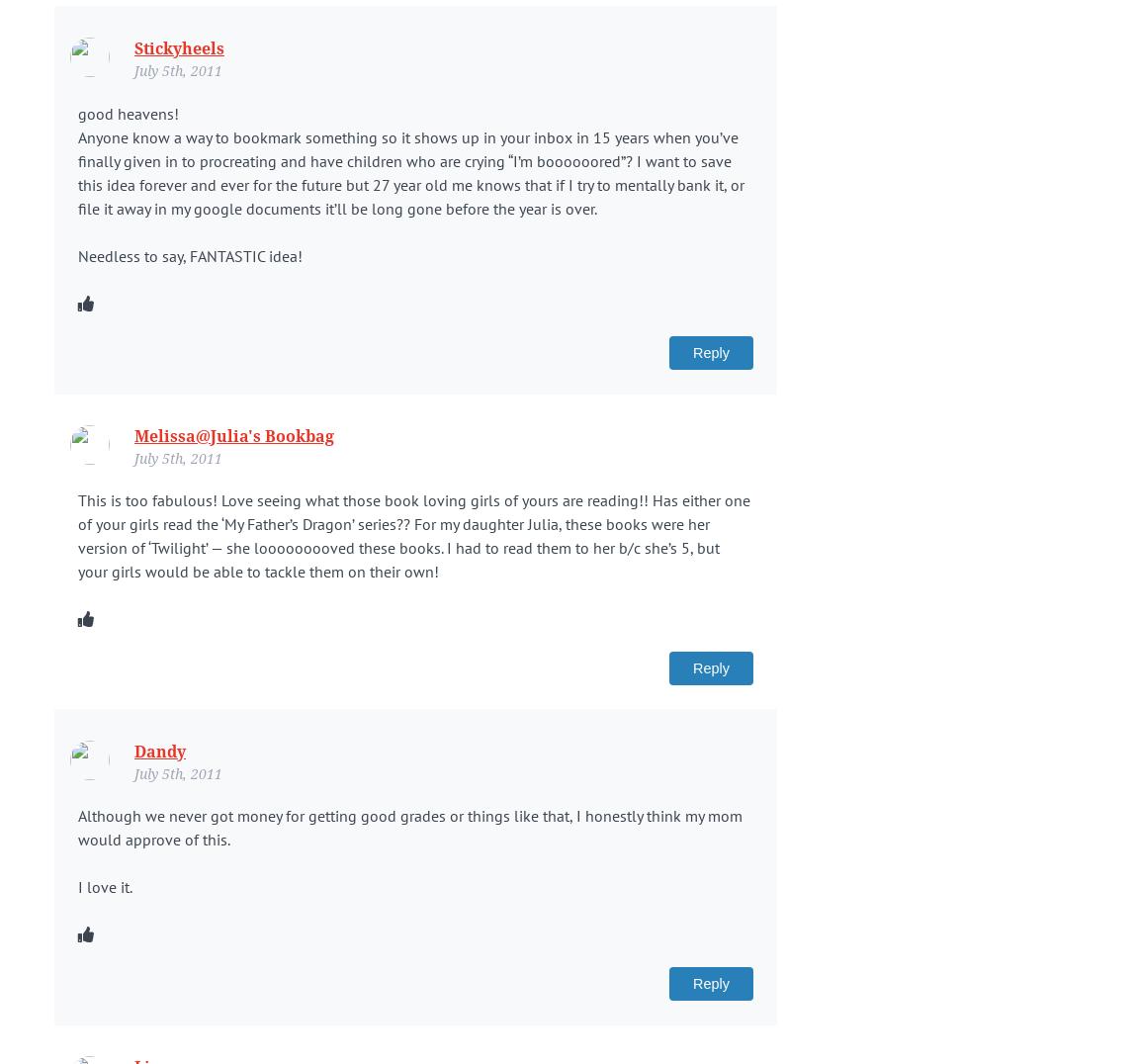  Describe the element at coordinates (189, 255) in the screenshot. I see `'Needless to say, FANTASTIC idea!'` at that location.